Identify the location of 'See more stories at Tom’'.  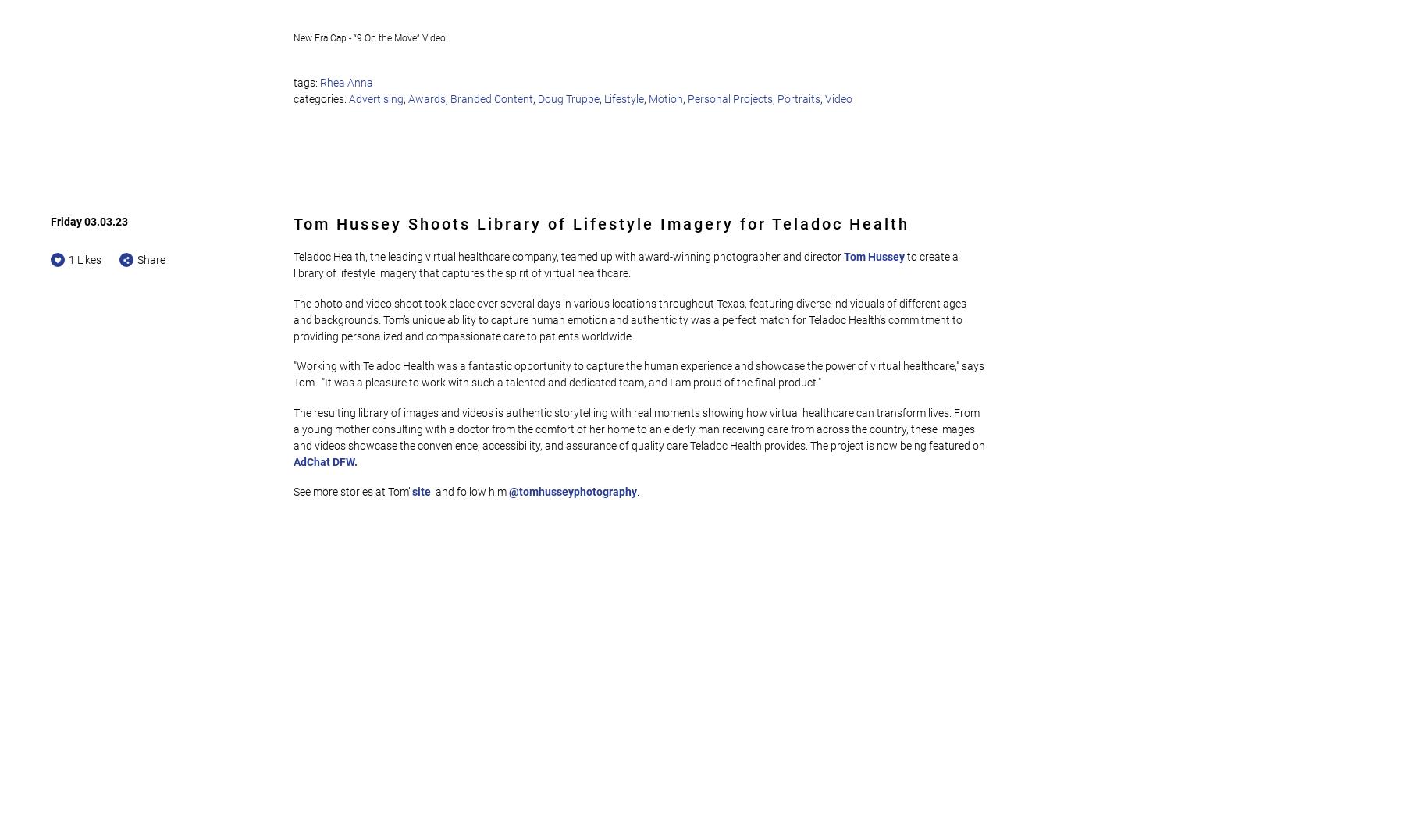
(350, 490).